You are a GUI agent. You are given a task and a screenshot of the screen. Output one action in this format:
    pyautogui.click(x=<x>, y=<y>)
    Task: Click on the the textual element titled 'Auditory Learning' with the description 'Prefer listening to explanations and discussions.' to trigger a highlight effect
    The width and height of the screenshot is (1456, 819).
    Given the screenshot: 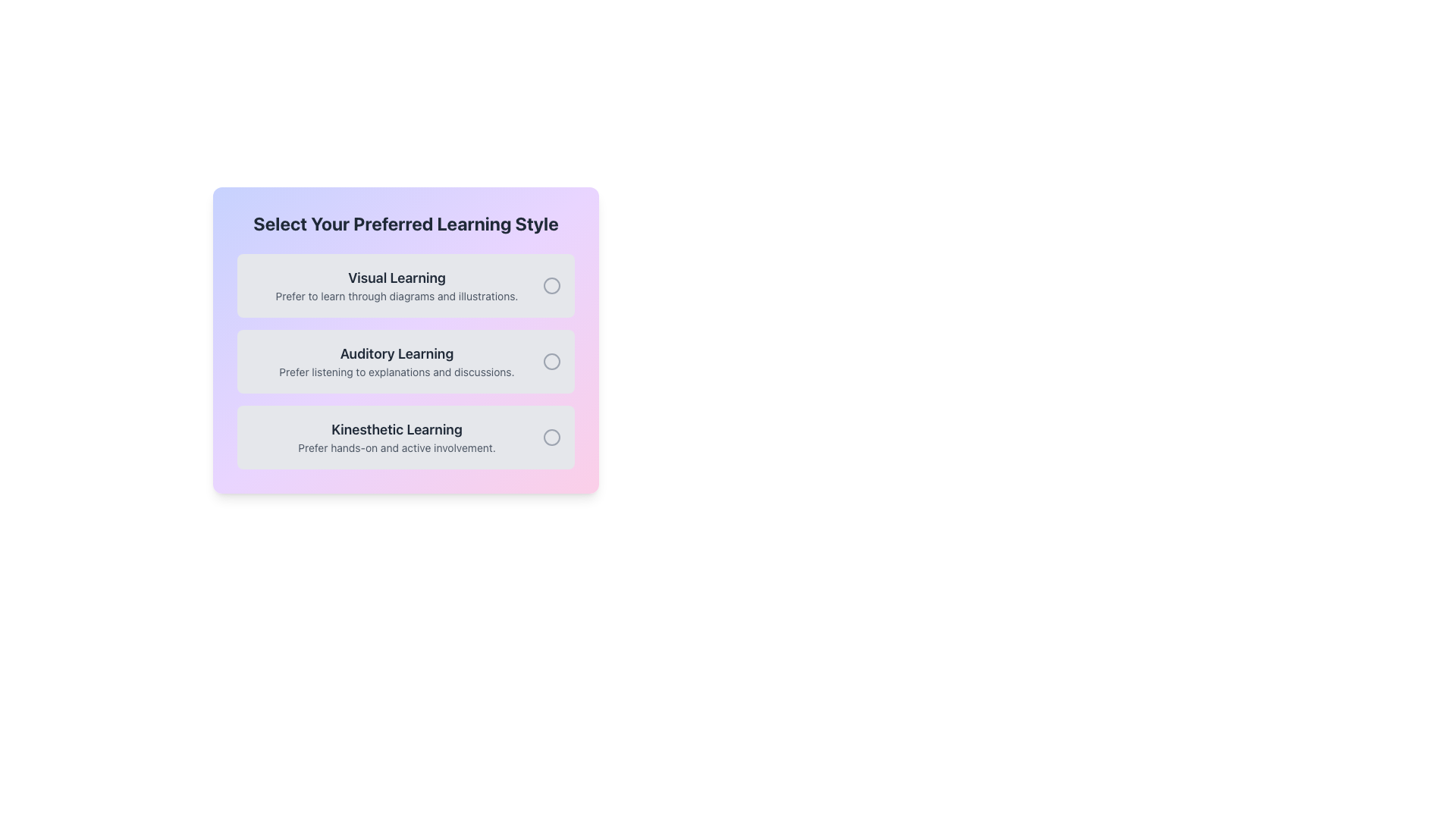 What is the action you would take?
    pyautogui.click(x=397, y=362)
    